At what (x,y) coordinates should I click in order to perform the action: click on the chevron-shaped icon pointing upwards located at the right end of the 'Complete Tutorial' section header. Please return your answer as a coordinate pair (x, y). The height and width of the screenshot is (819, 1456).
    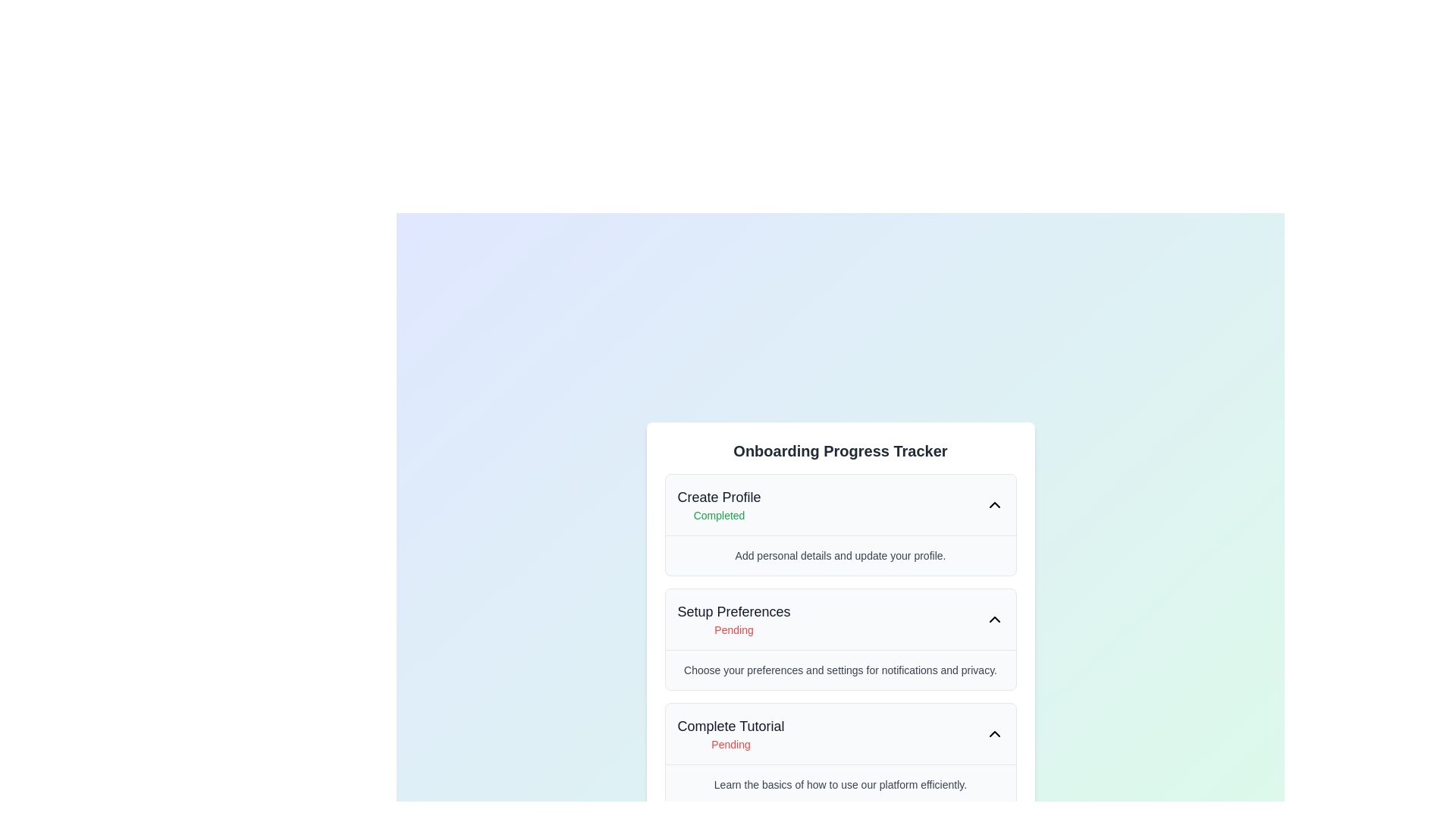
    Looking at the image, I should click on (994, 733).